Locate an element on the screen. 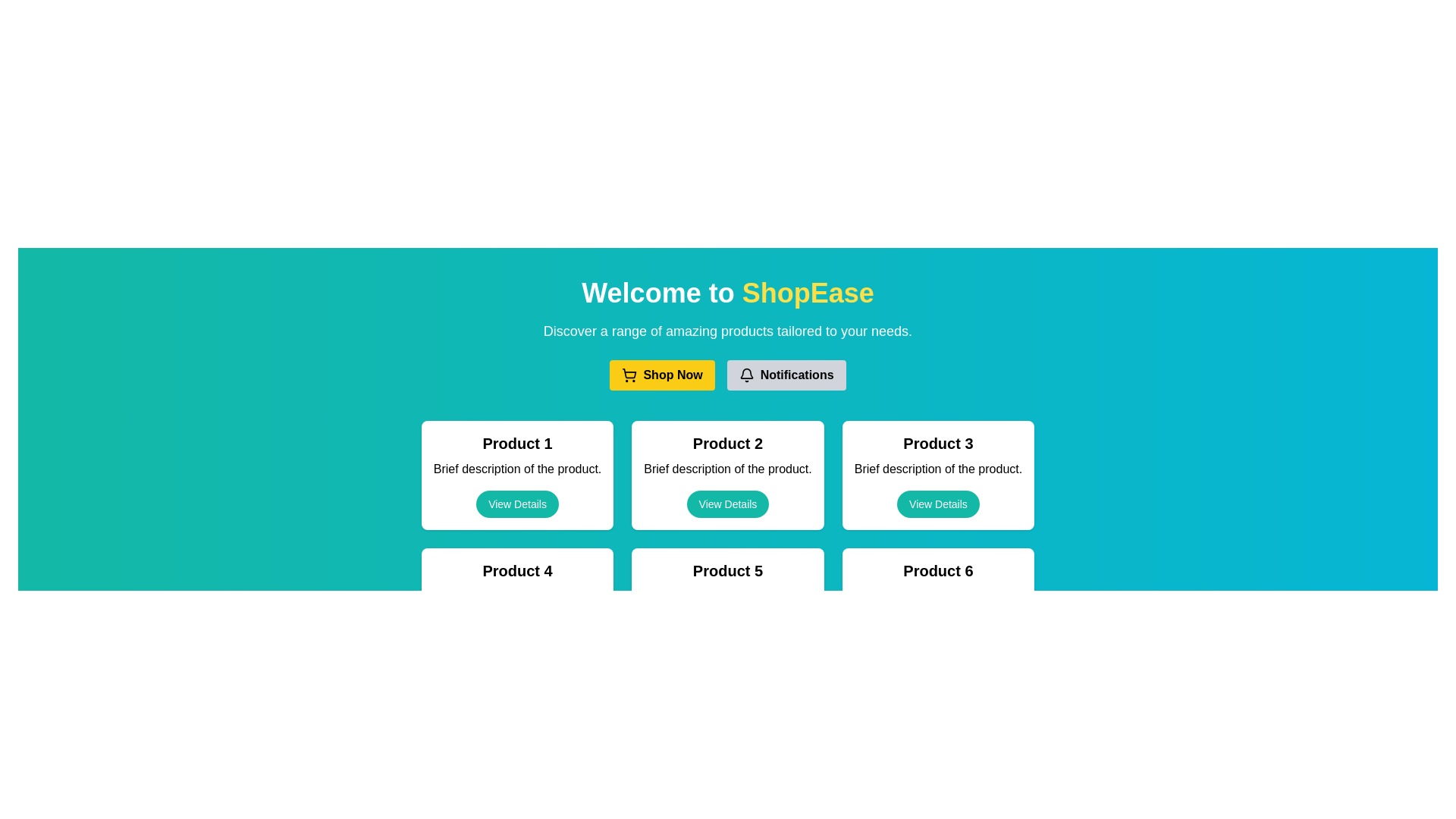 Image resolution: width=1456 pixels, height=819 pixels. the 'Product 3' text label, which is displayed in bold and larger font at the top of a light-colored card with rounded corners, located third in a row of similar cards is located at coordinates (937, 444).